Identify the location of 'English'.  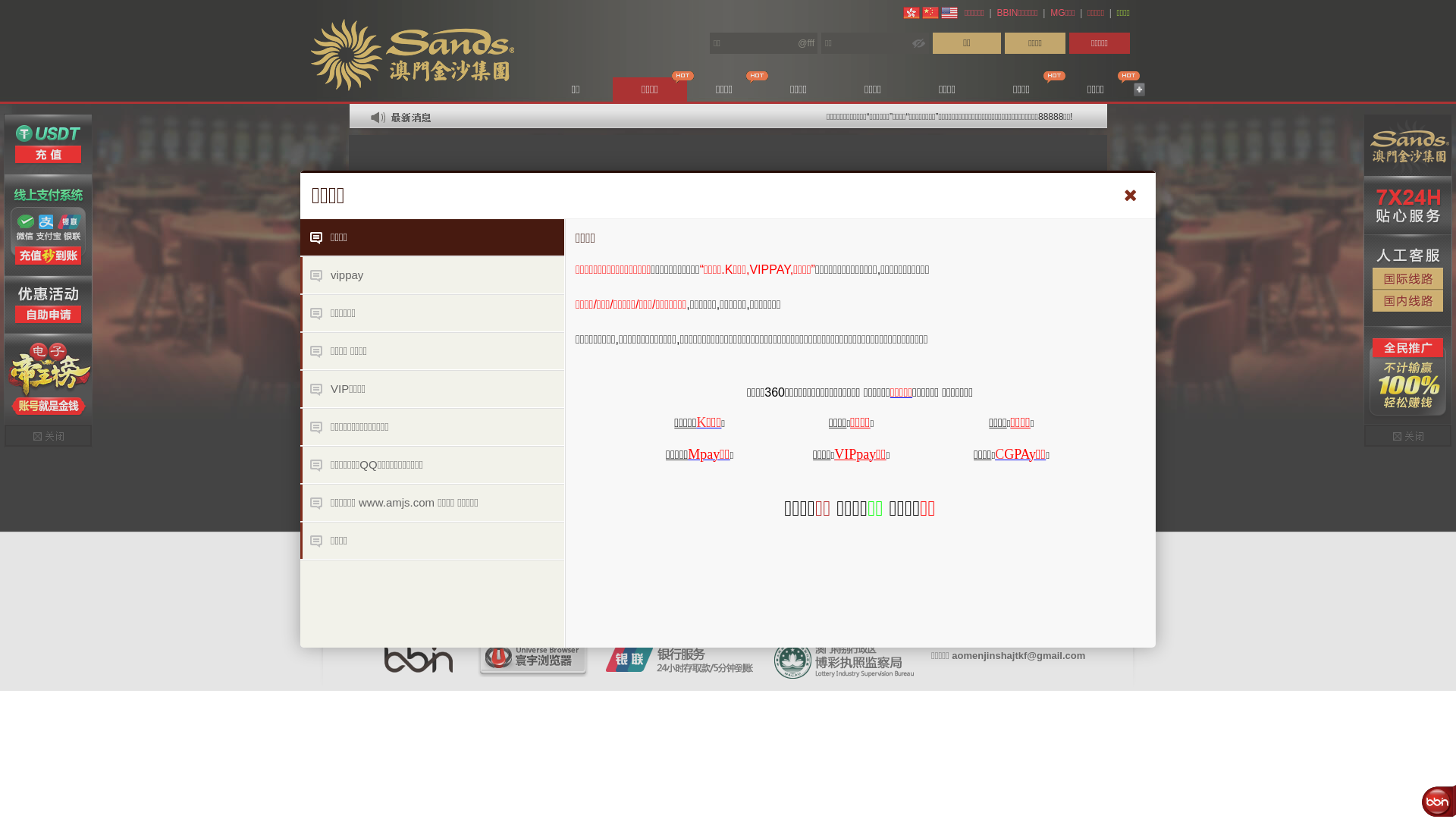
(949, 12).